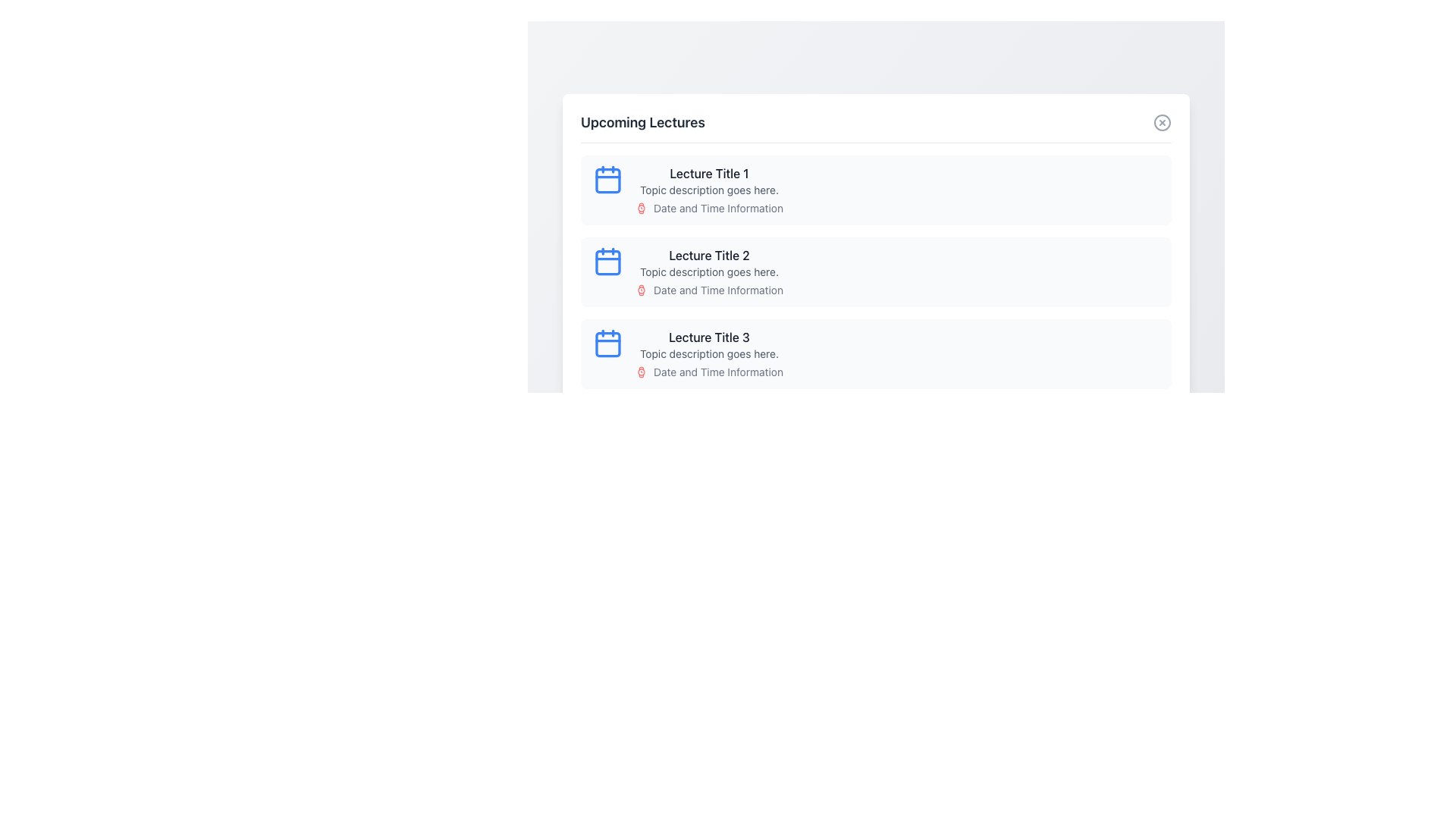 Image resolution: width=1456 pixels, height=819 pixels. What do you see at coordinates (708, 189) in the screenshot?
I see `the informational panel providing details about the first lecture in the list, which includes its title, description, and date/time` at bounding box center [708, 189].